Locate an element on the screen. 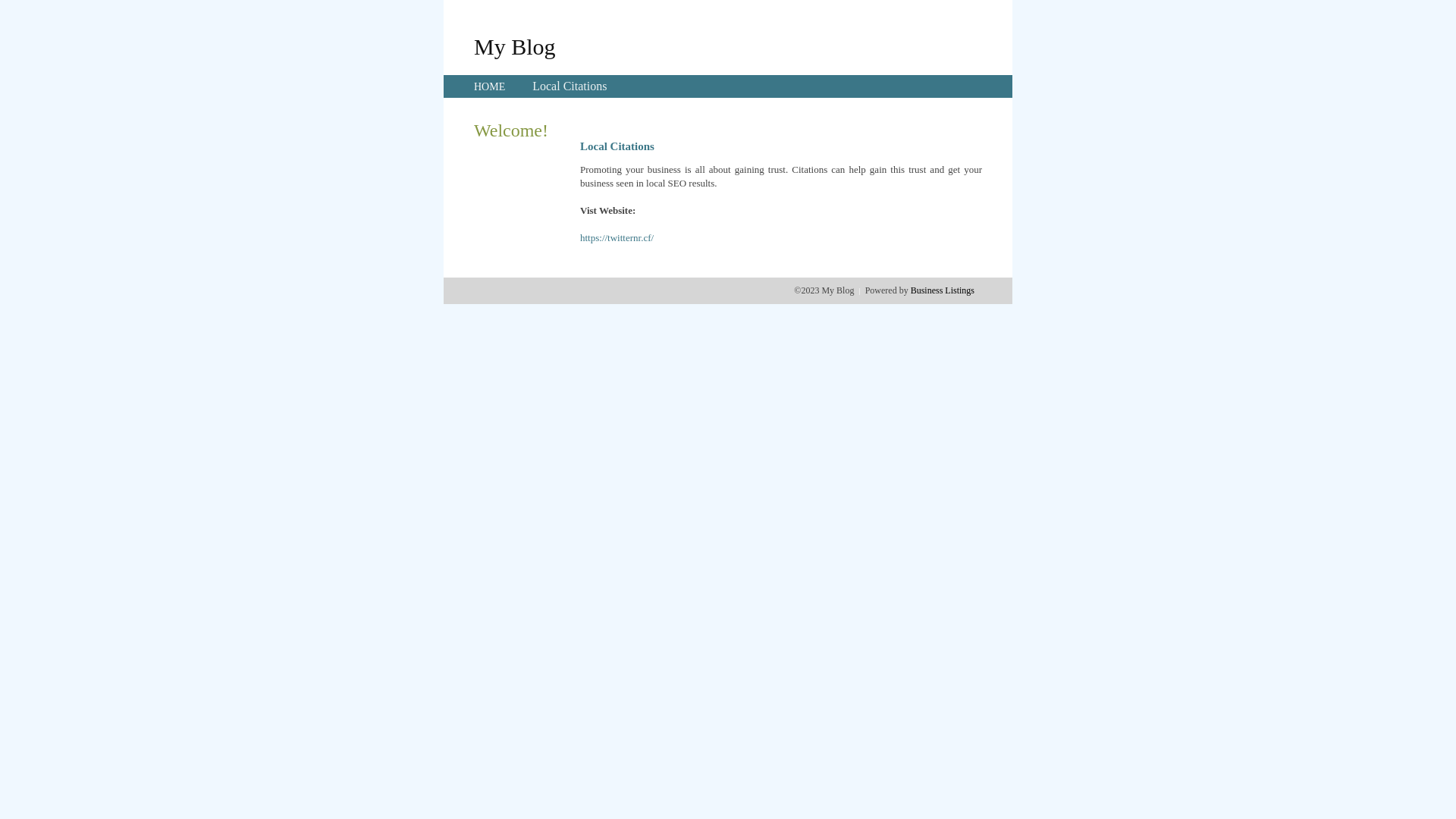  'HOME' is located at coordinates (472, 86).